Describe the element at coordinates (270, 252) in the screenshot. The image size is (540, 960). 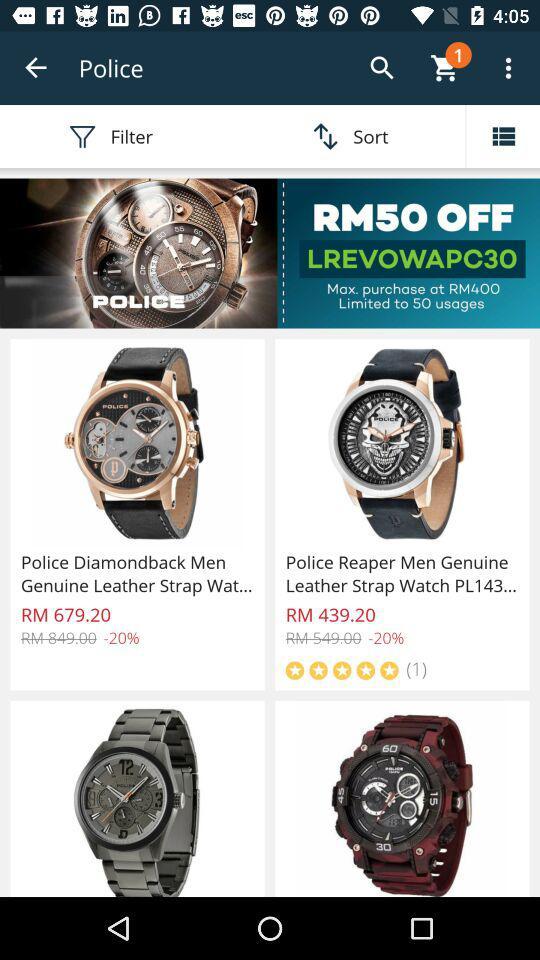
I see `advert connected to what you are viewing` at that location.